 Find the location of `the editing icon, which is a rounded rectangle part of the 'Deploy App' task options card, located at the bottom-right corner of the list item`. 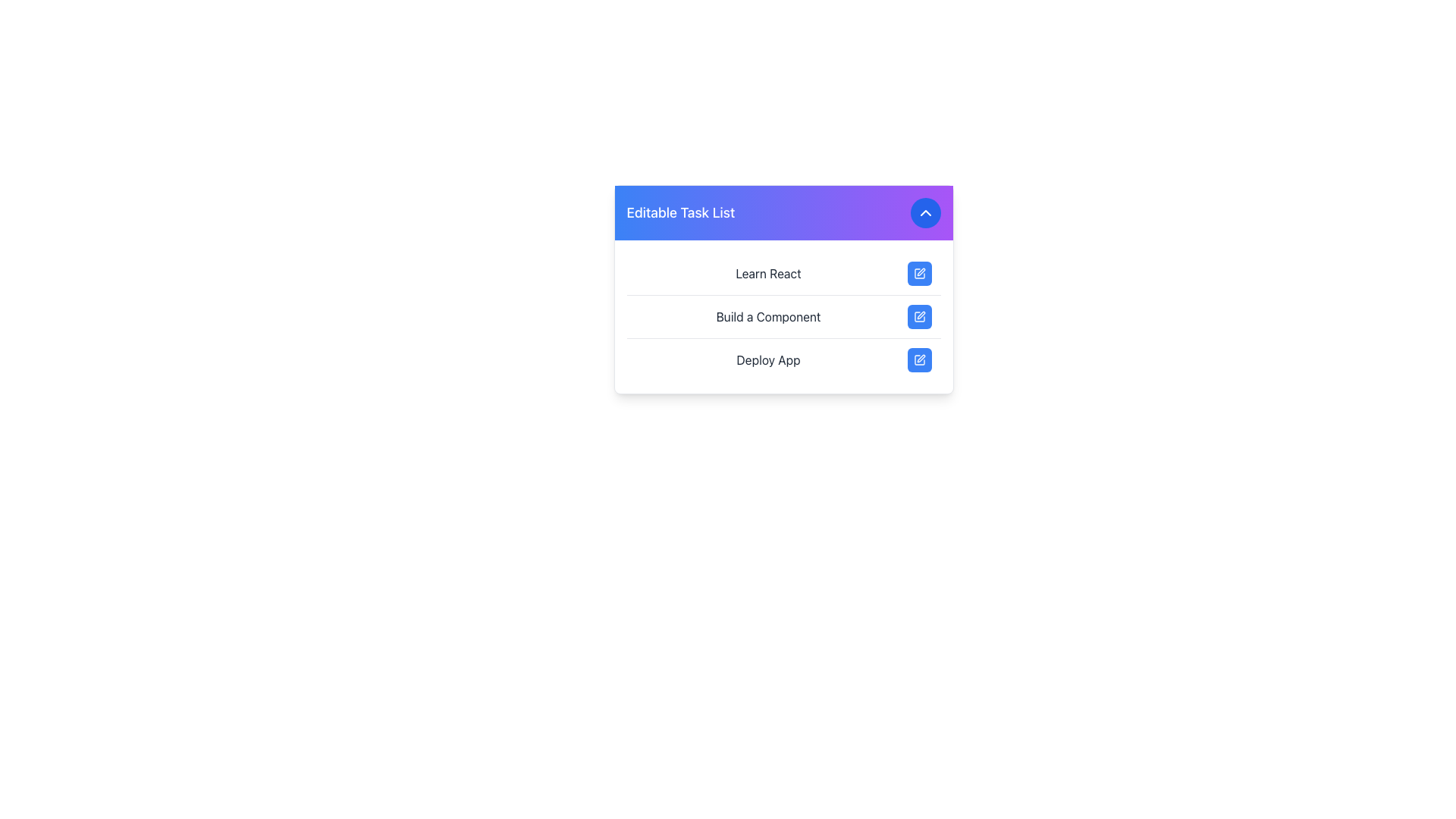

the editing icon, which is a rounded rectangle part of the 'Deploy App' task options card, located at the bottom-right corner of the list item is located at coordinates (918, 359).